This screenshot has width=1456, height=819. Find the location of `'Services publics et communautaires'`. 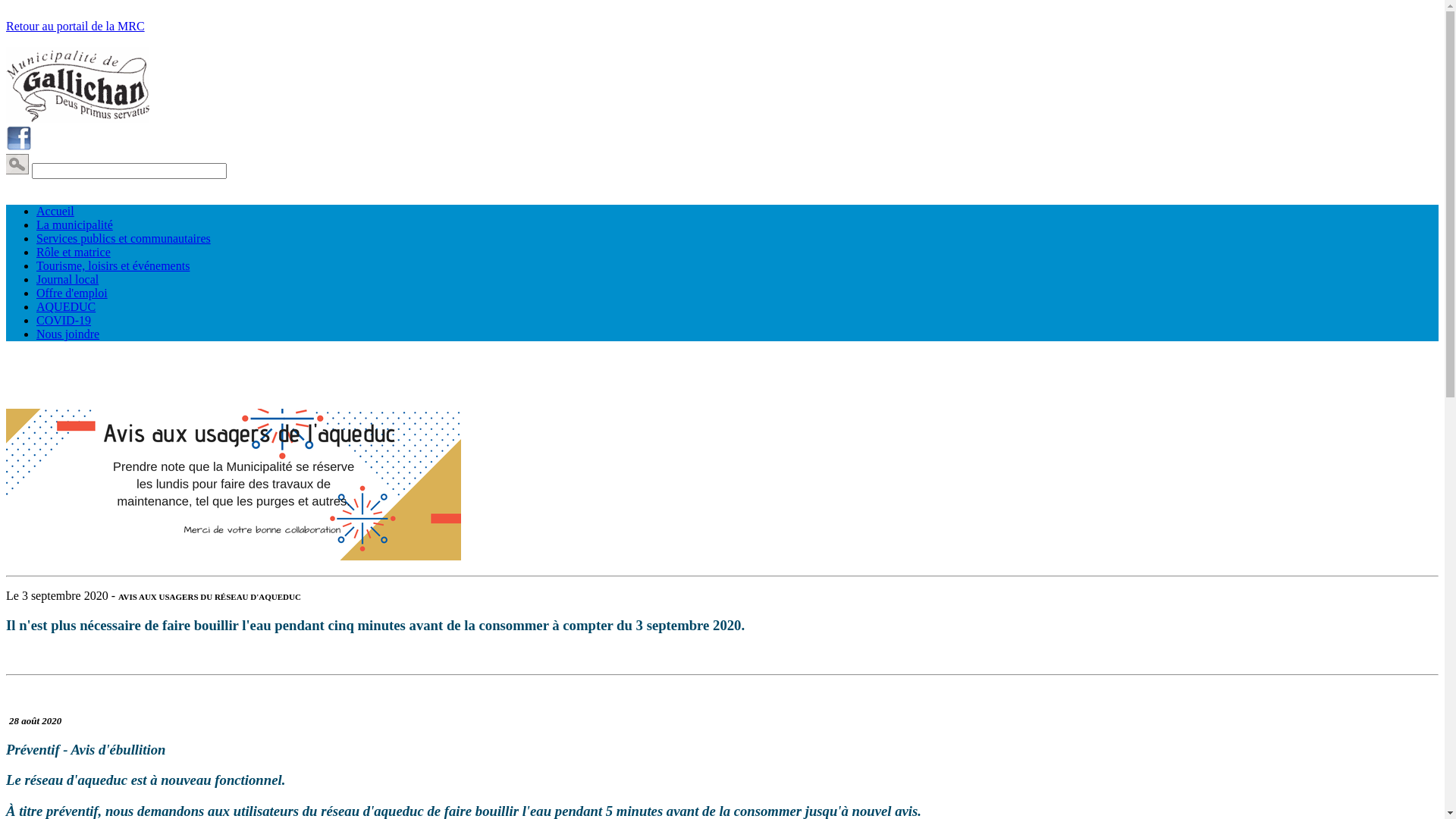

'Services publics et communautaires' is located at coordinates (124, 238).